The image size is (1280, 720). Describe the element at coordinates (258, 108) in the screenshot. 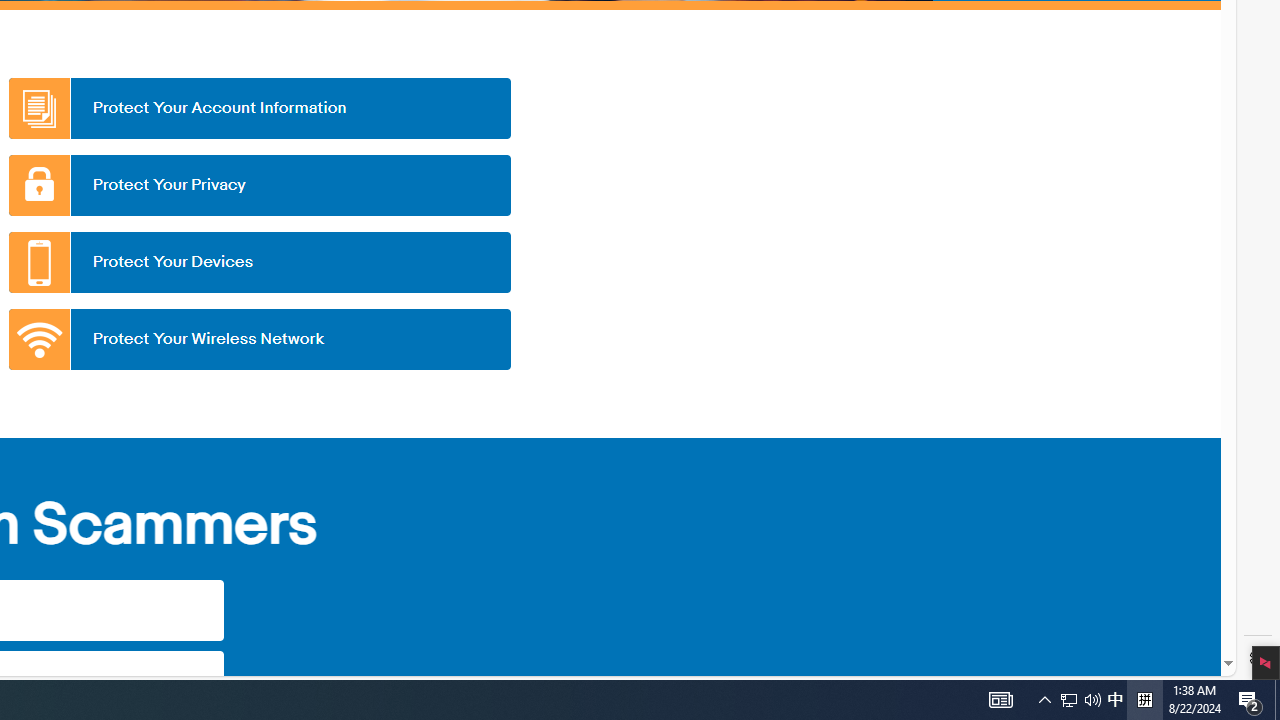

I see `'Protect Your Account Information'` at that location.